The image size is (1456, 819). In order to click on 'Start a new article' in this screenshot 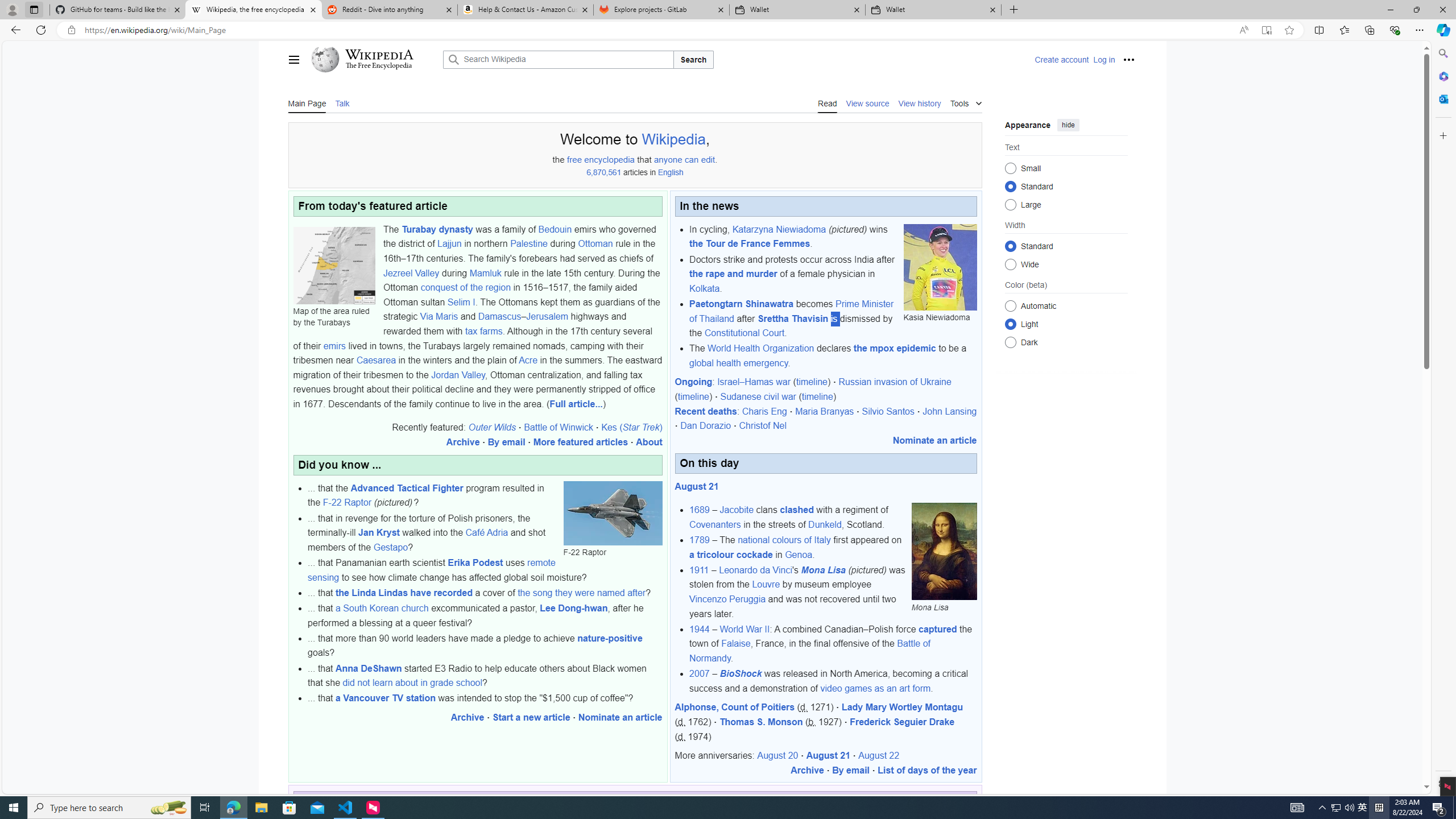, I will do `click(531, 717)`.